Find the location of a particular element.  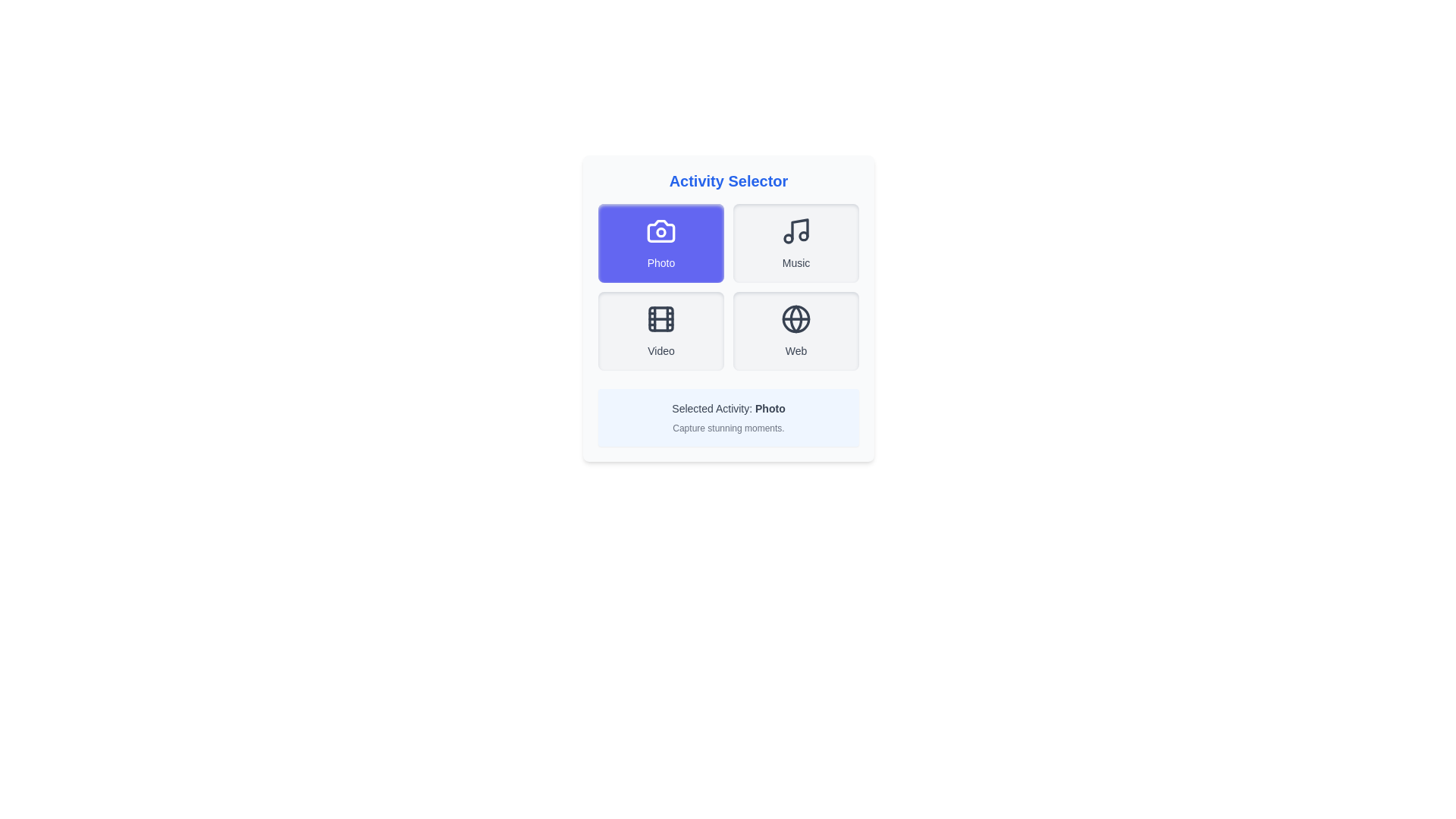

the button with a globe icon and the text 'Web' located in the bottom-right section of the 'Activity Selector' component for navigation is located at coordinates (795, 330).